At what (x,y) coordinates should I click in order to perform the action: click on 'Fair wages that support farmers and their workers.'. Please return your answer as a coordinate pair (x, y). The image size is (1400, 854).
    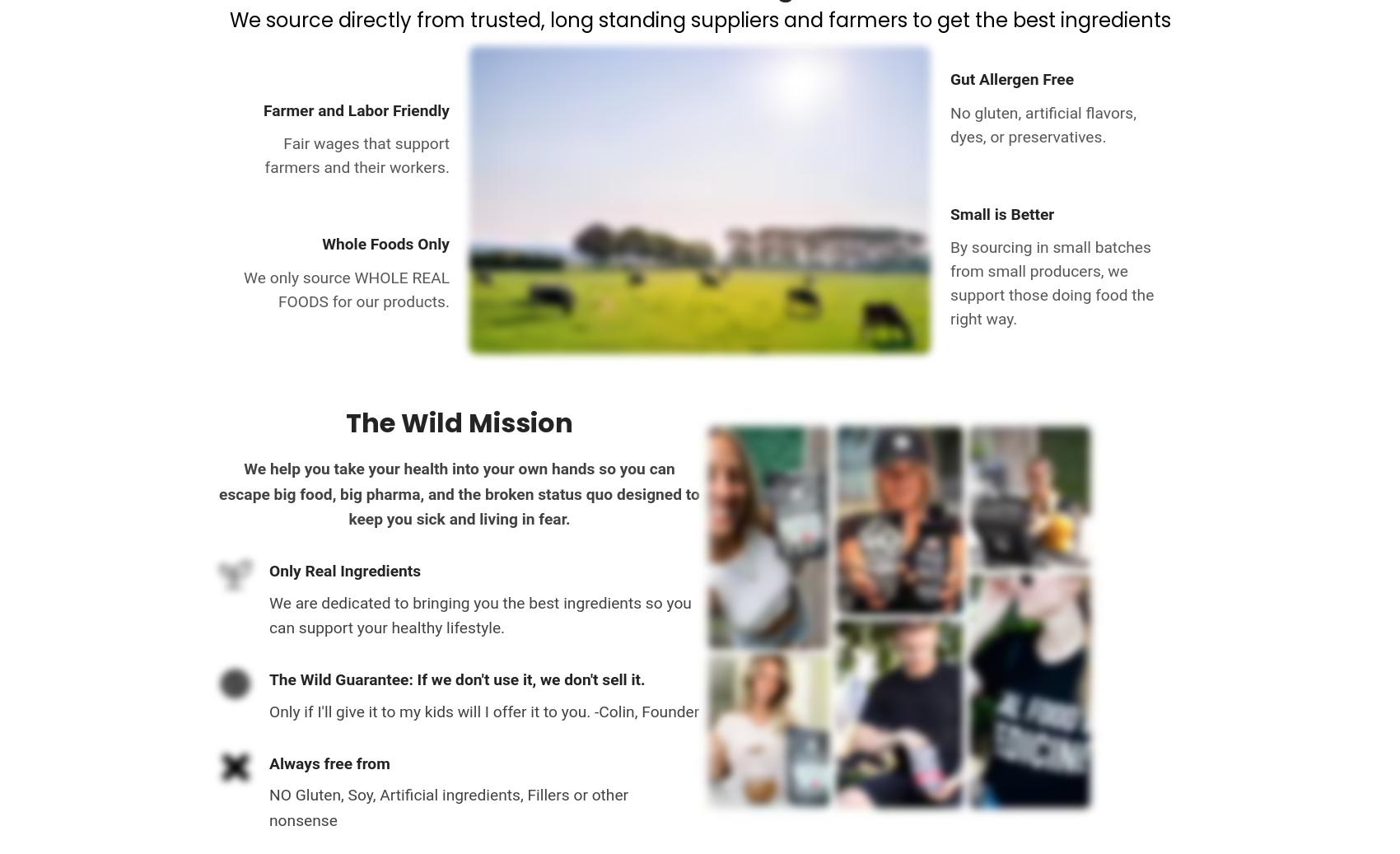
    Looking at the image, I should click on (357, 155).